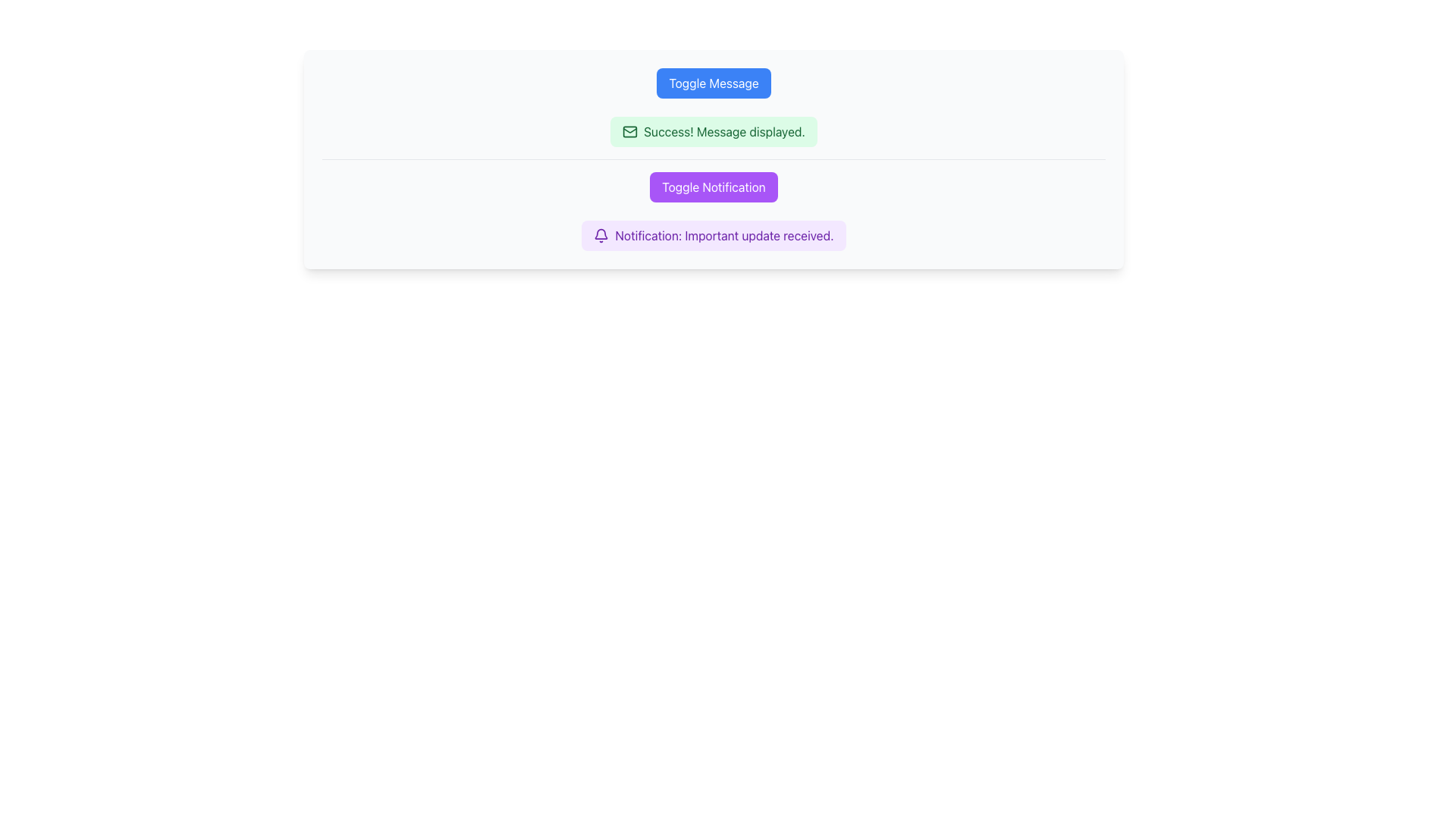 The height and width of the screenshot is (819, 1456). What do you see at coordinates (601, 236) in the screenshot?
I see `the bell icon located at the leftmost part of the notification bar stating 'Notification: Important update received.'` at bounding box center [601, 236].